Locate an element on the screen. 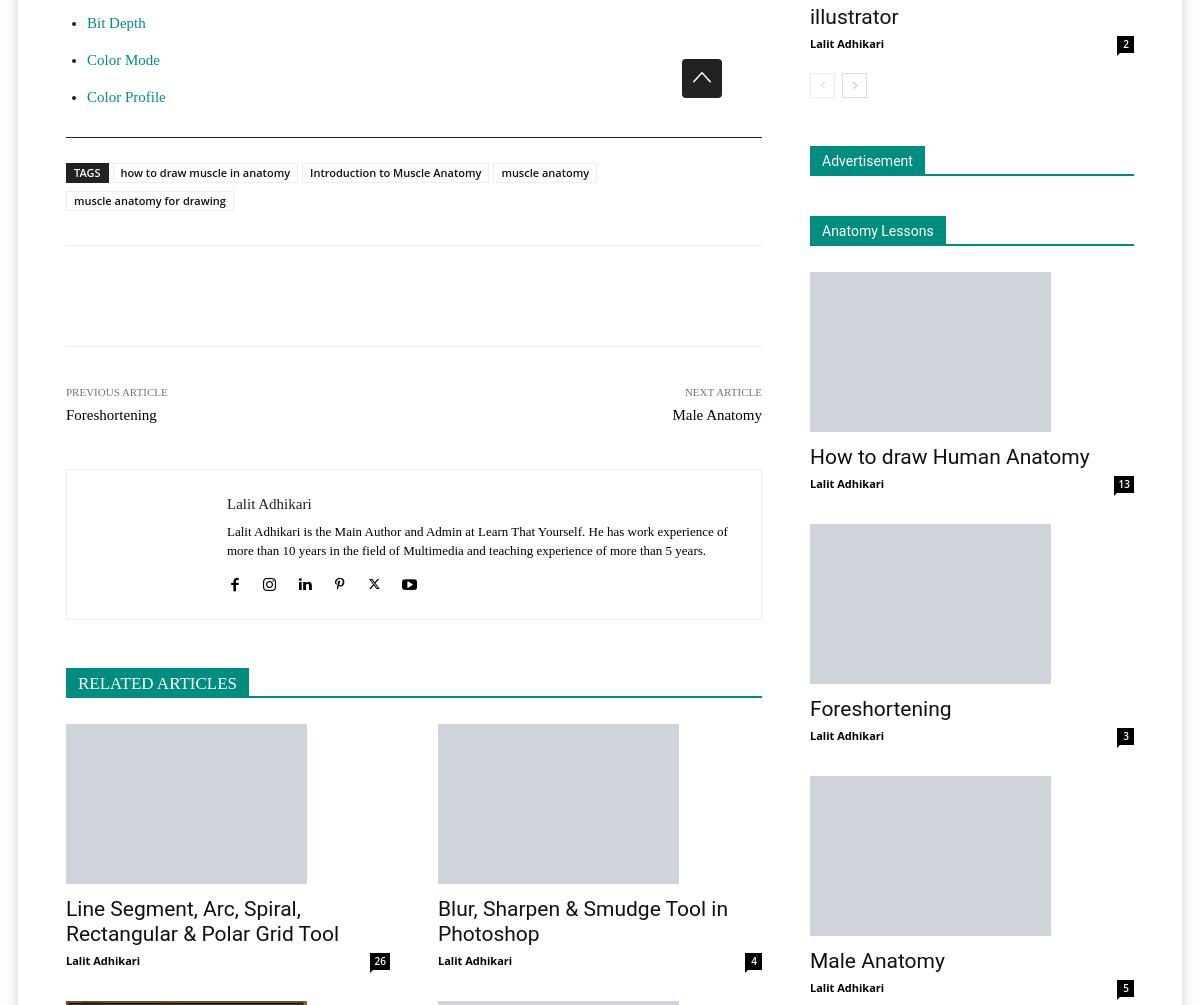  'Introduction to Muscle Anatomy' is located at coordinates (395, 171).